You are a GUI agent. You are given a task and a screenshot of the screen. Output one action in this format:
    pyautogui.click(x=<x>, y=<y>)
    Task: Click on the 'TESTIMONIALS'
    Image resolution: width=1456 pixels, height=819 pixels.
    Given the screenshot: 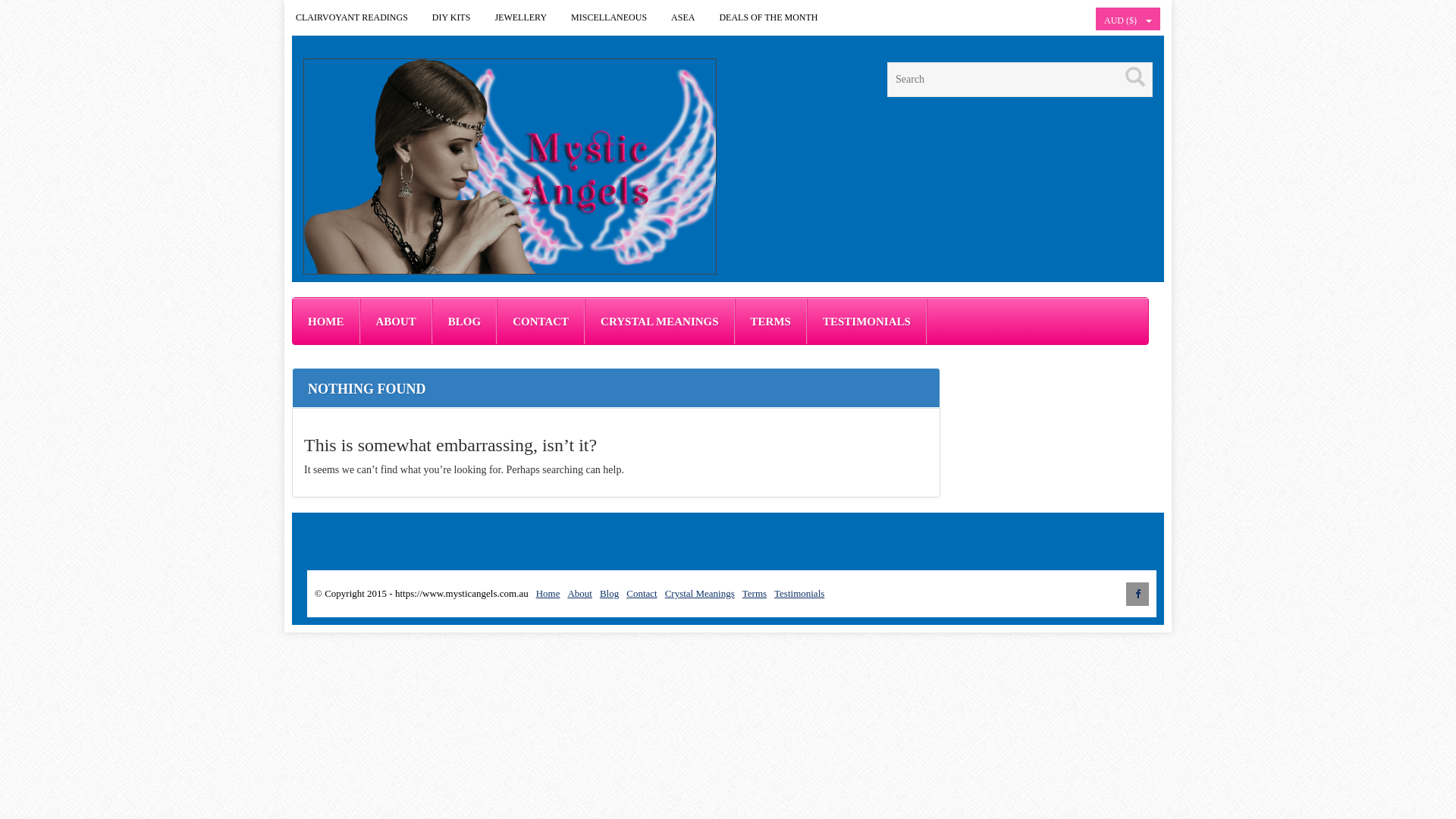 What is the action you would take?
    pyautogui.click(x=866, y=321)
    